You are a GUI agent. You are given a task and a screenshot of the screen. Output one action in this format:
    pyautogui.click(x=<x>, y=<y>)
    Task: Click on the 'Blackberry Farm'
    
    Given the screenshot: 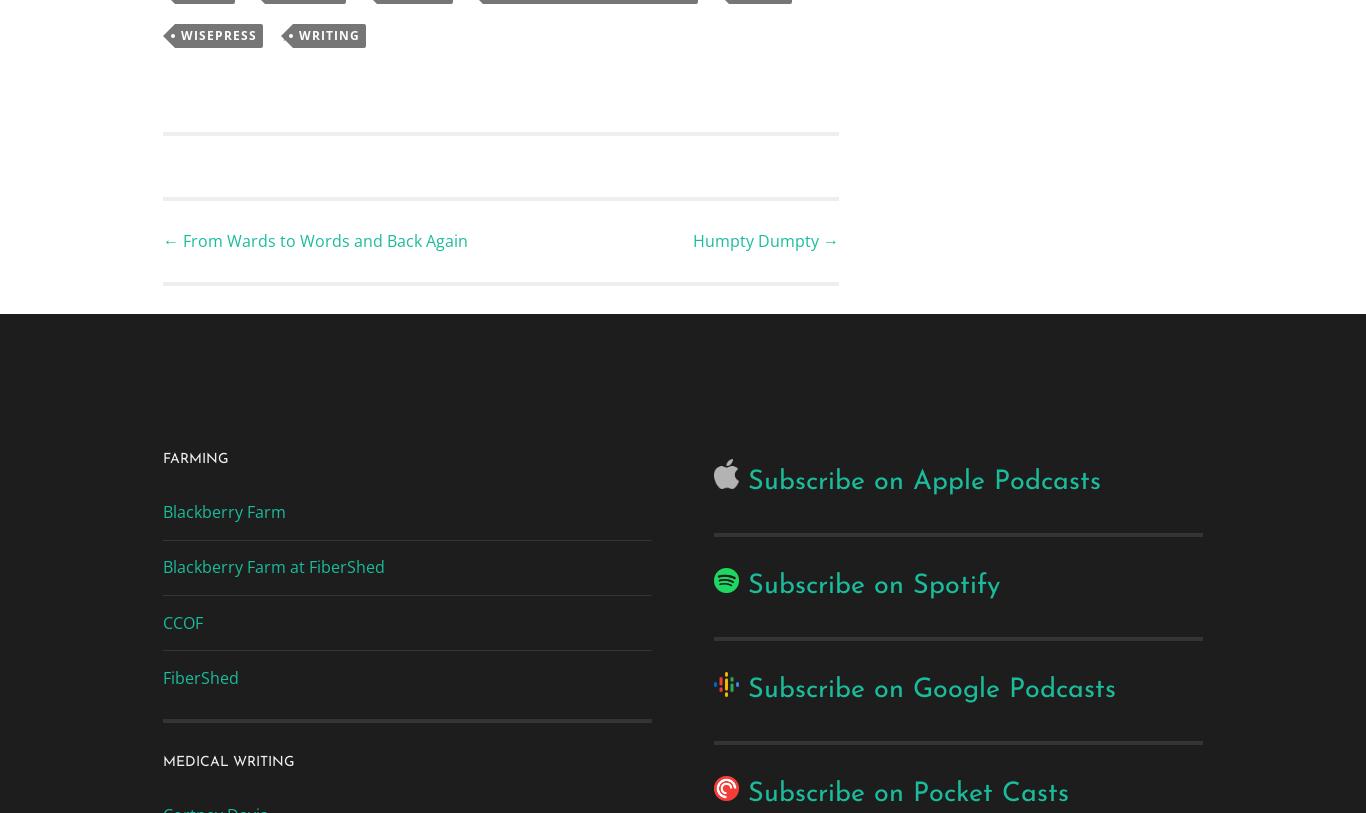 What is the action you would take?
    pyautogui.click(x=223, y=510)
    